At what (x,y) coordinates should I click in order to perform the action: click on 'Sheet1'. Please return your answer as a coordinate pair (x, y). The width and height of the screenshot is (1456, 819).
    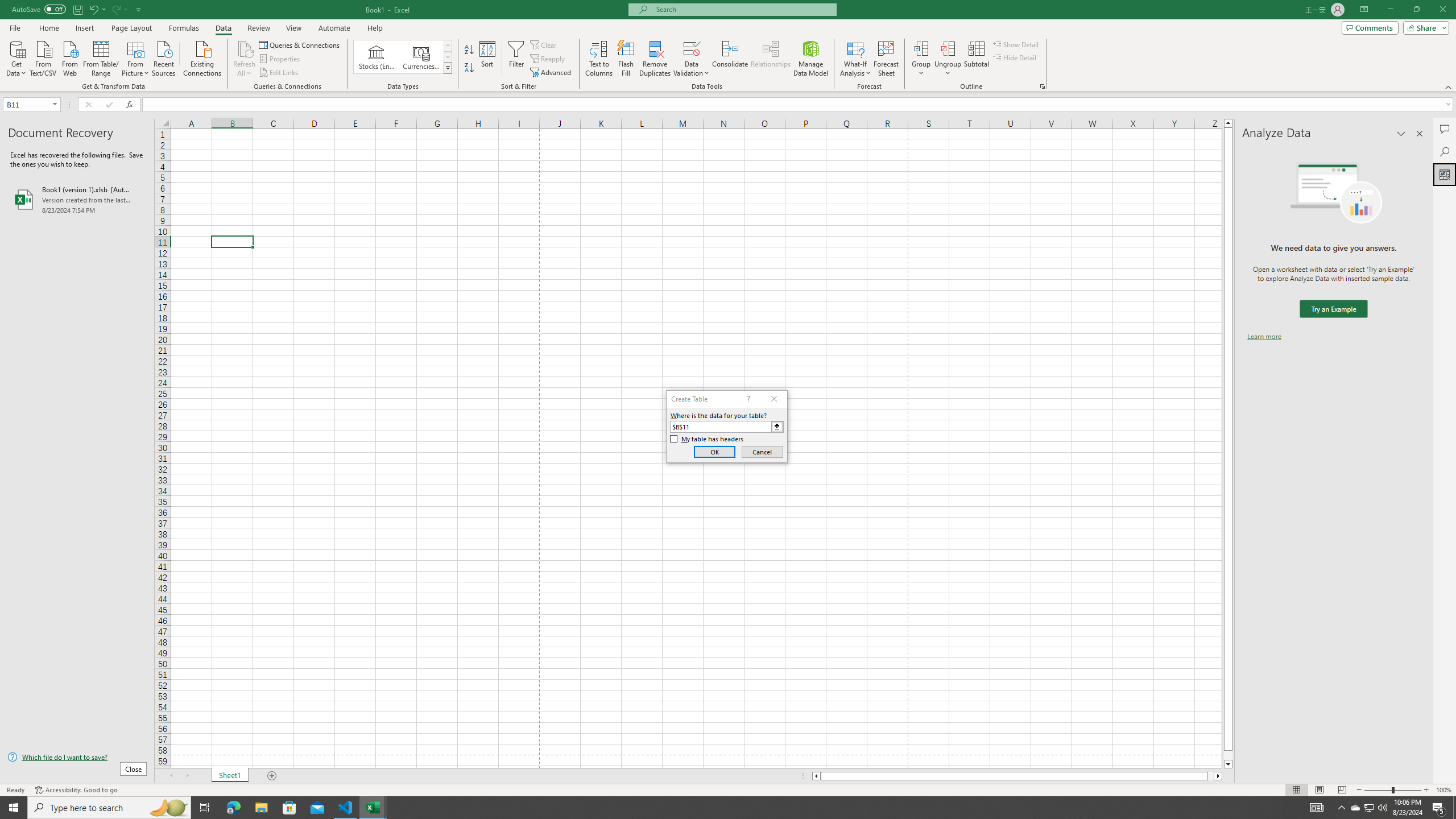
    Looking at the image, I should click on (229, 775).